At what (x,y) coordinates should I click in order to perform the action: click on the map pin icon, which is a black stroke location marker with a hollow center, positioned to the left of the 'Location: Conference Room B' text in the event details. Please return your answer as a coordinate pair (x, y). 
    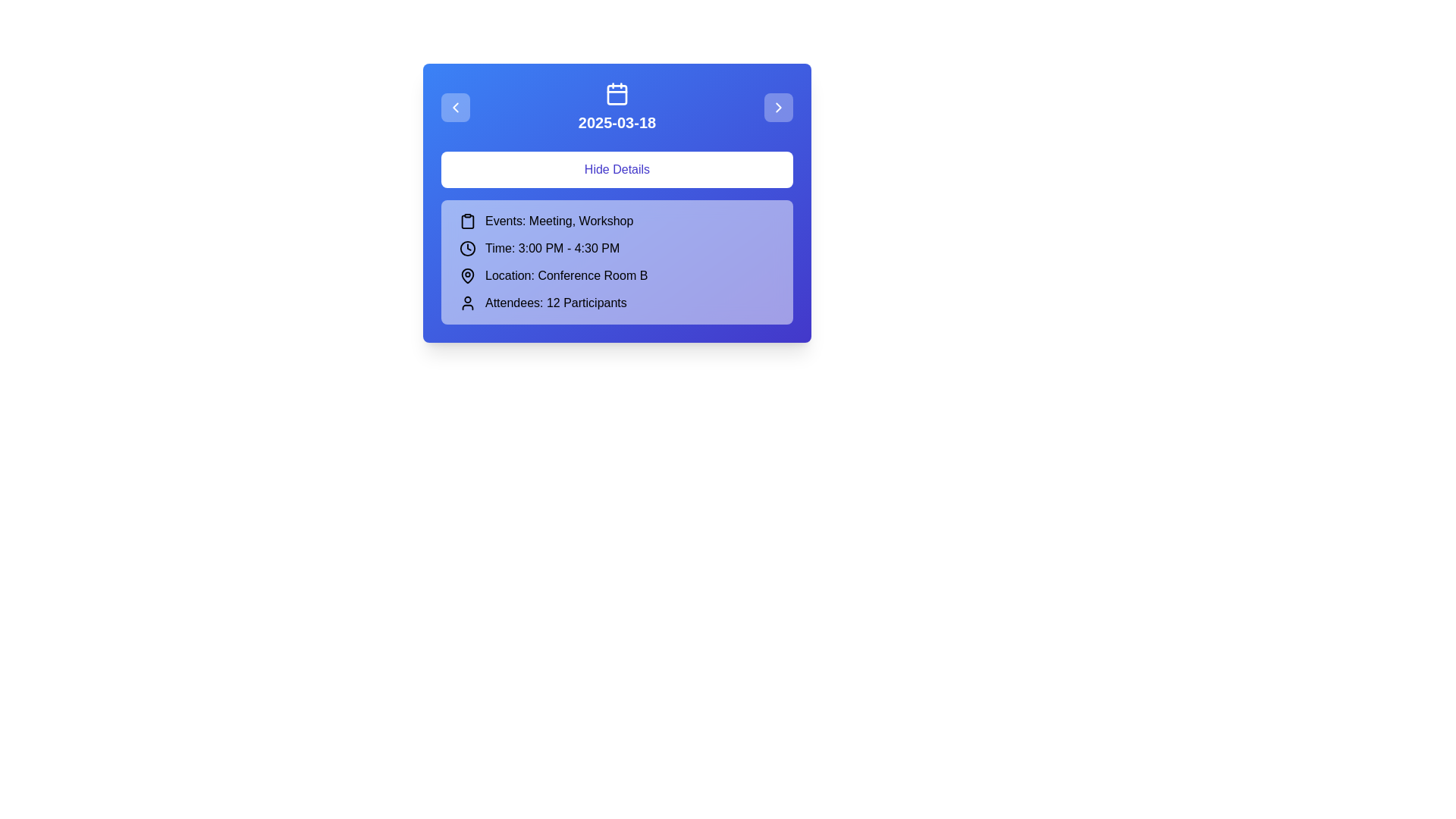
    Looking at the image, I should click on (467, 275).